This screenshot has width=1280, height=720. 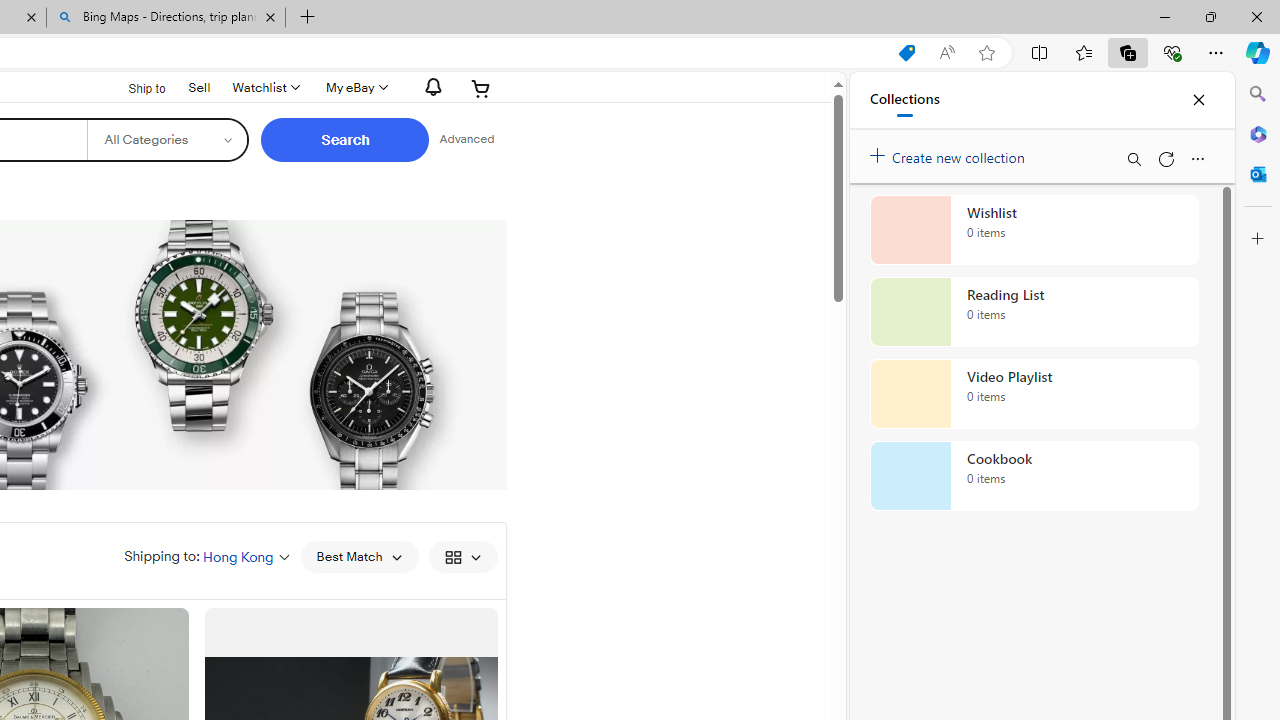 What do you see at coordinates (1034, 475) in the screenshot?
I see `'Cookbook collection, 0 items'` at bounding box center [1034, 475].